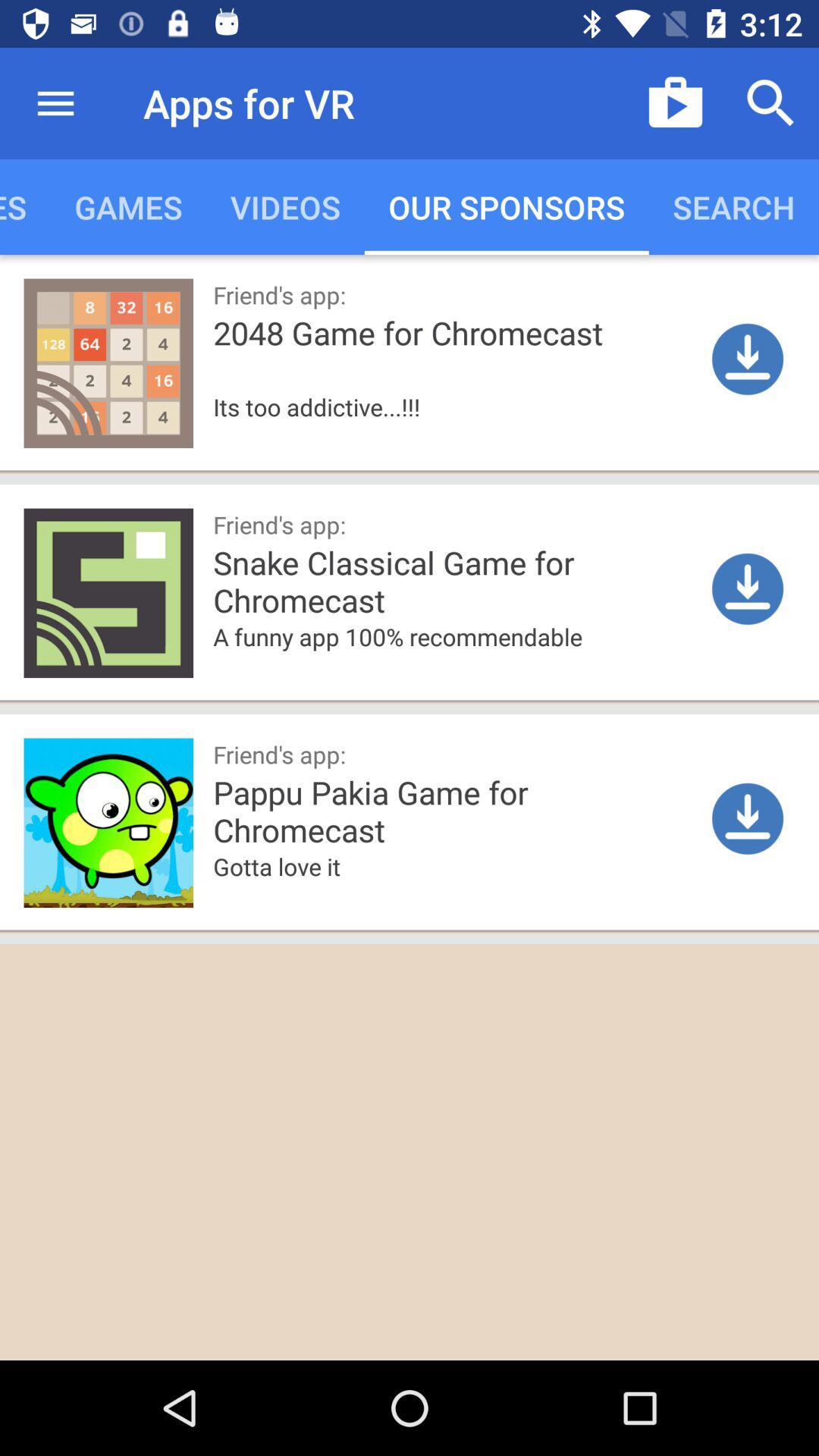 The image size is (819, 1456). I want to click on item to the left of the apps for vr, so click(55, 102).